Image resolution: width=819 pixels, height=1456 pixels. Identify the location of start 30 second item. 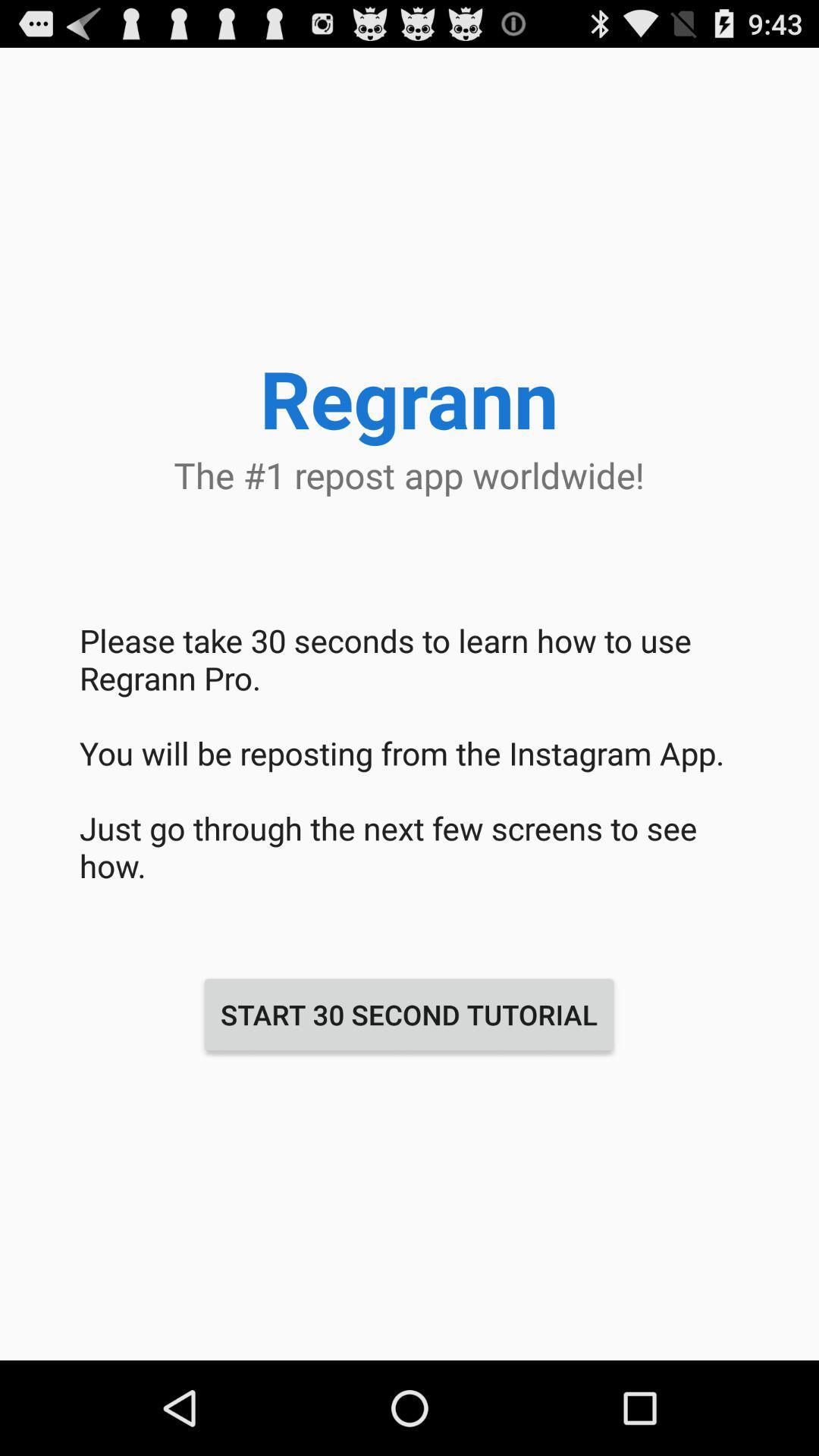
(408, 1015).